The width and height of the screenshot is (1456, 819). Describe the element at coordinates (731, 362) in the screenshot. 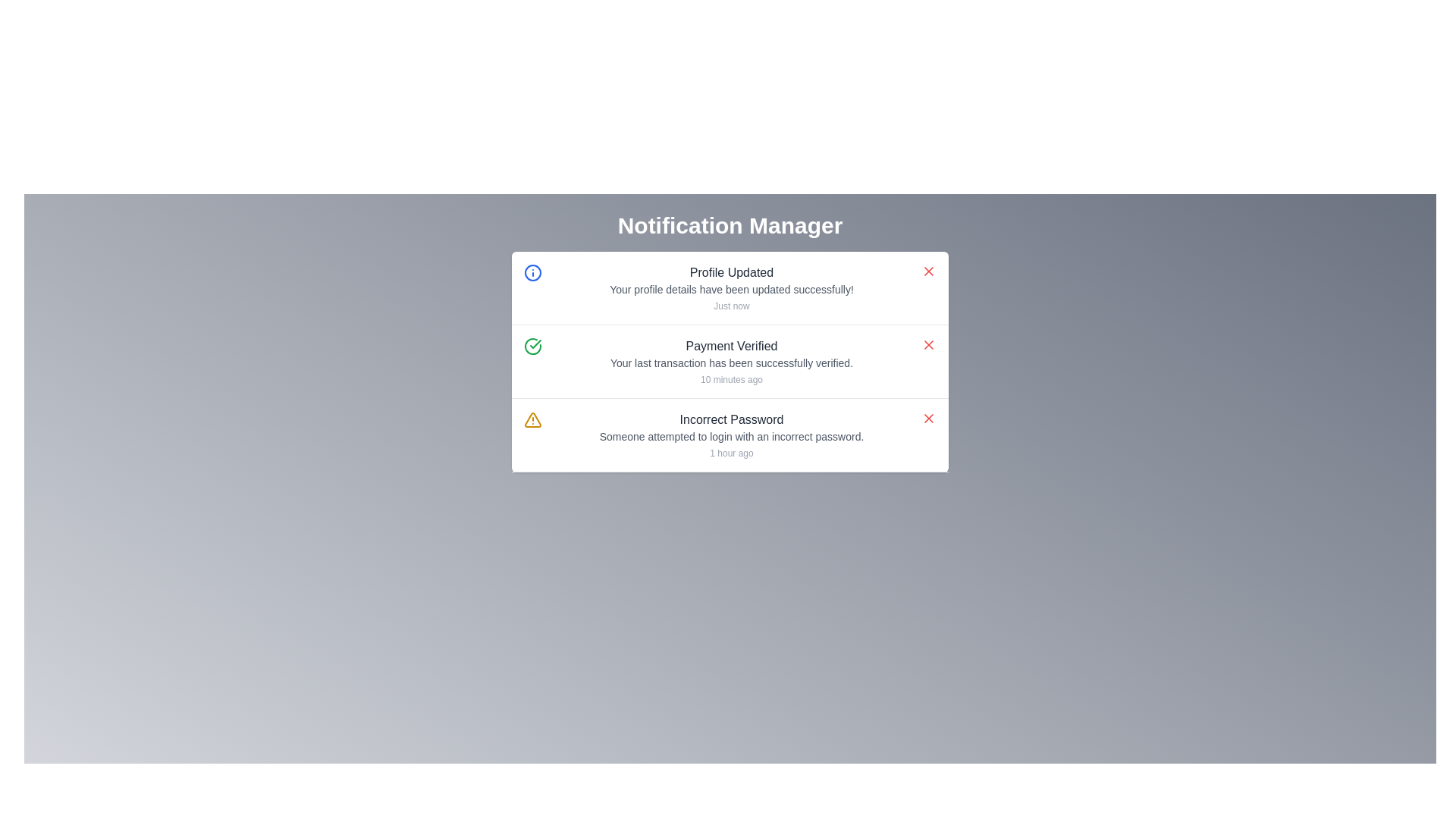

I see `the second notification item in the notification center that confirms a recent payment transaction verification` at that location.